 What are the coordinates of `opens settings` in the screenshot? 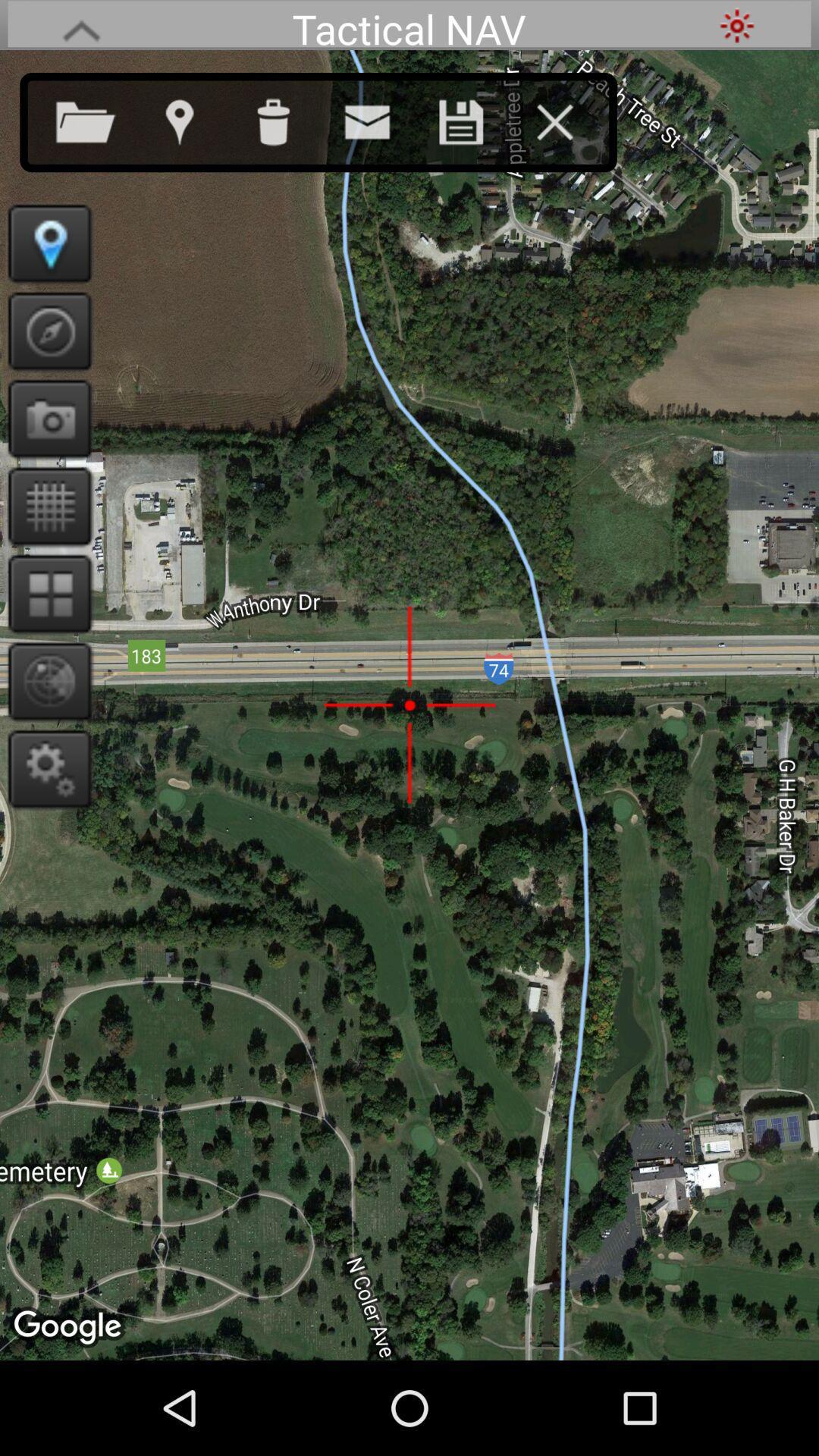 It's located at (44, 768).